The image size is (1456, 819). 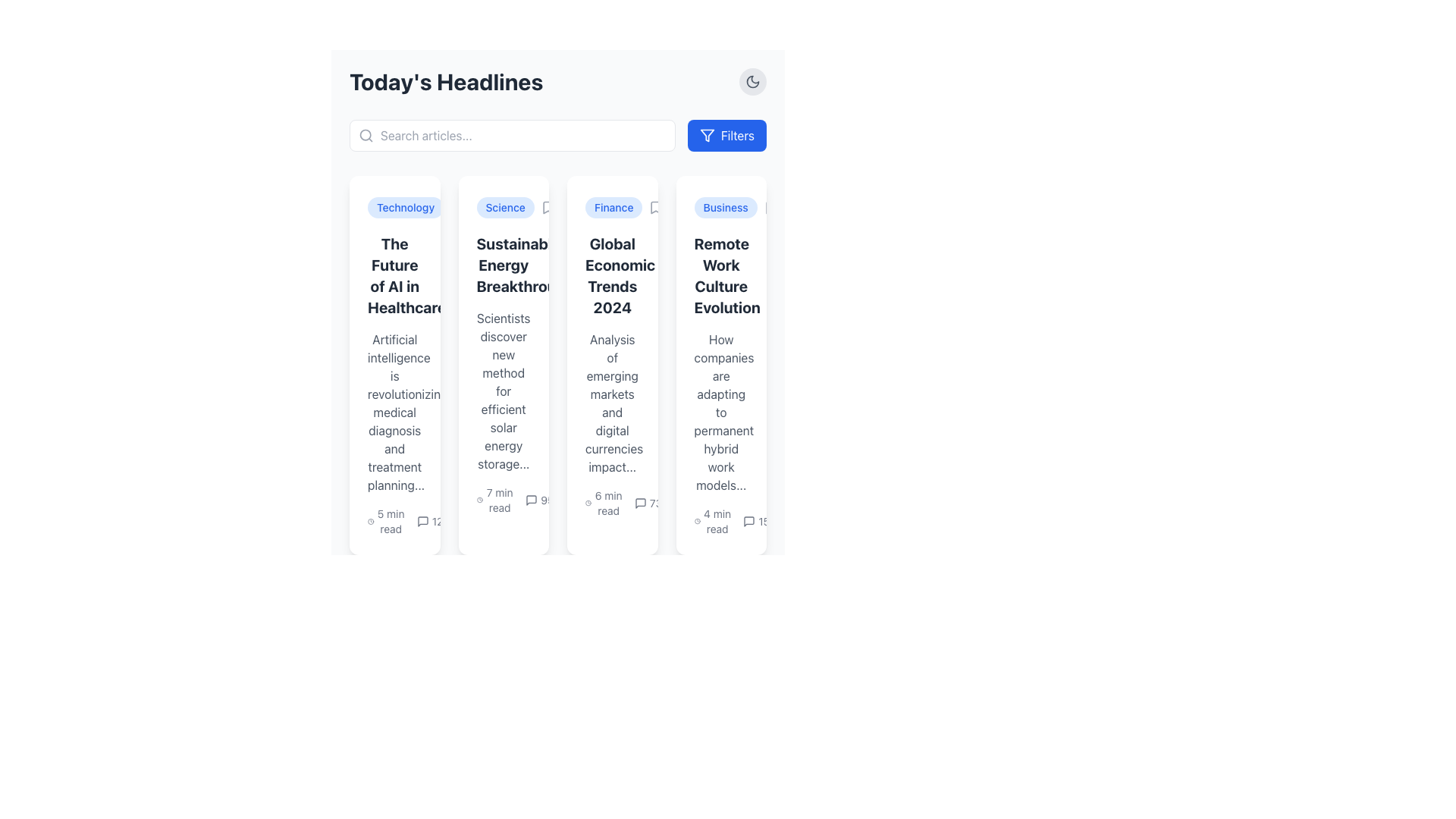 I want to click on icon-button representing the toggle for light and dark themes, located in the top-right section of the UI, for developer tools, so click(x=753, y=82).